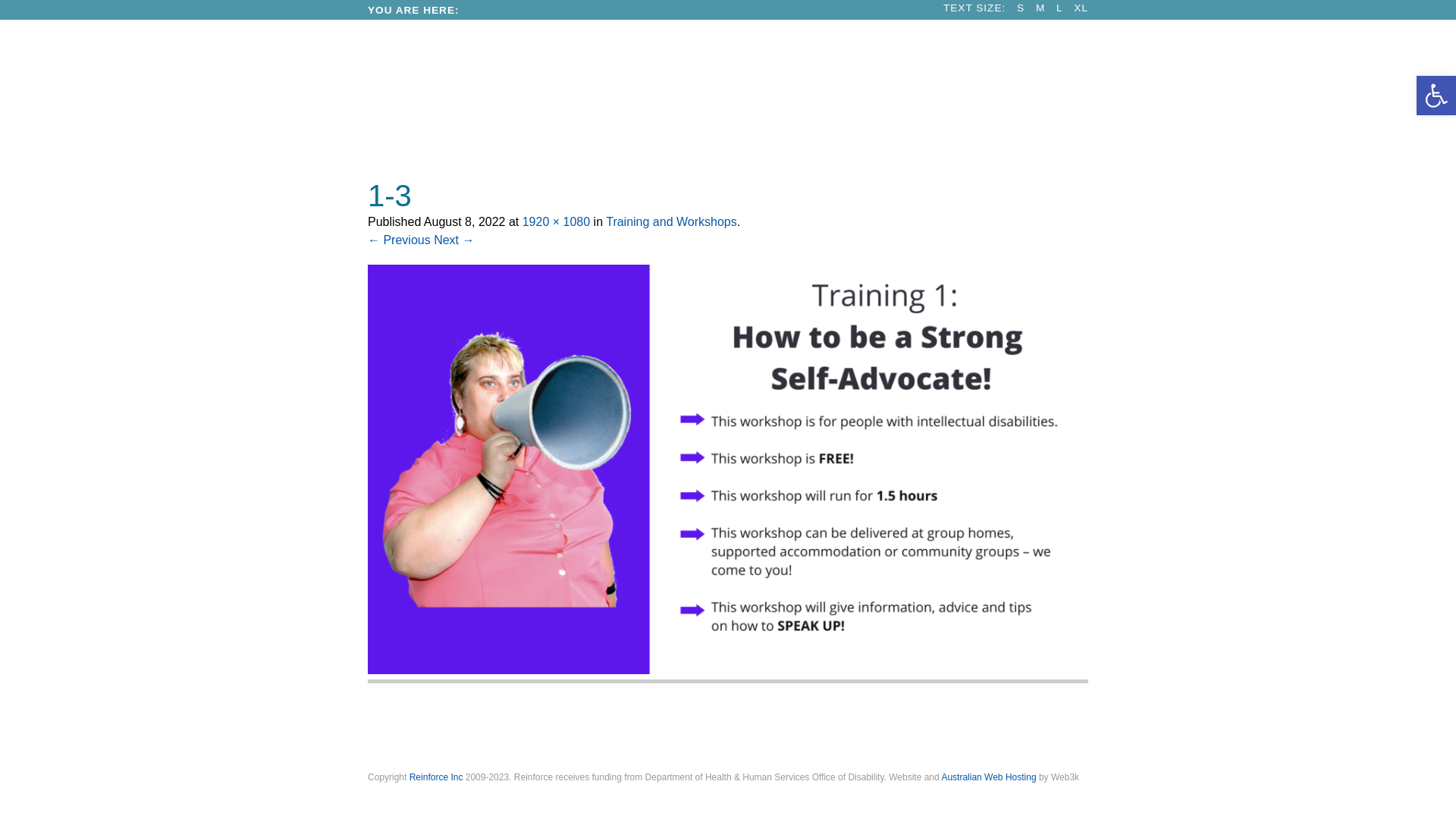  I want to click on 'Find Reinforce', so click(843, 731).